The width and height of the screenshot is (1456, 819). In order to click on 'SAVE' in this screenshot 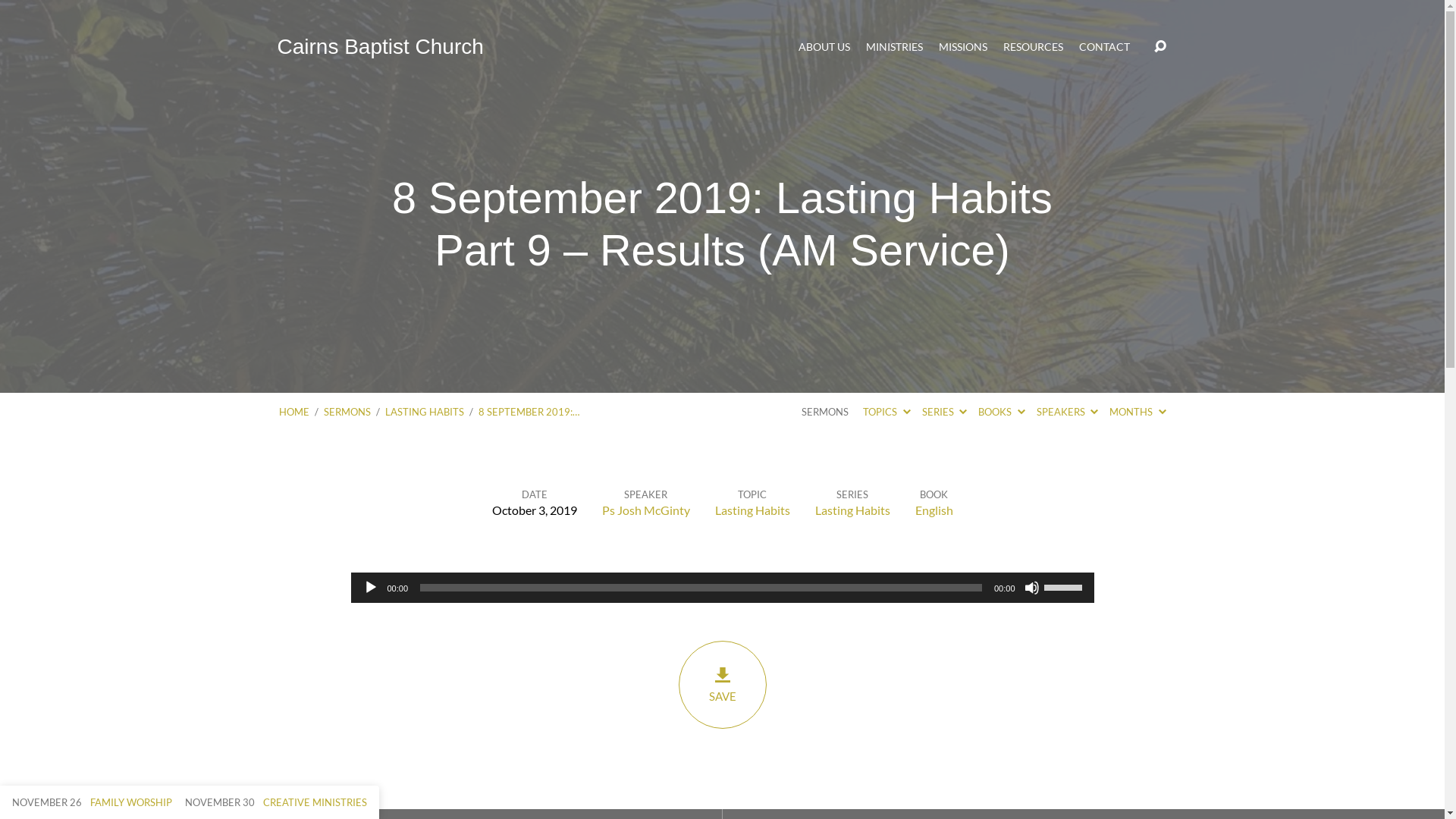, I will do `click(676, 684)`.